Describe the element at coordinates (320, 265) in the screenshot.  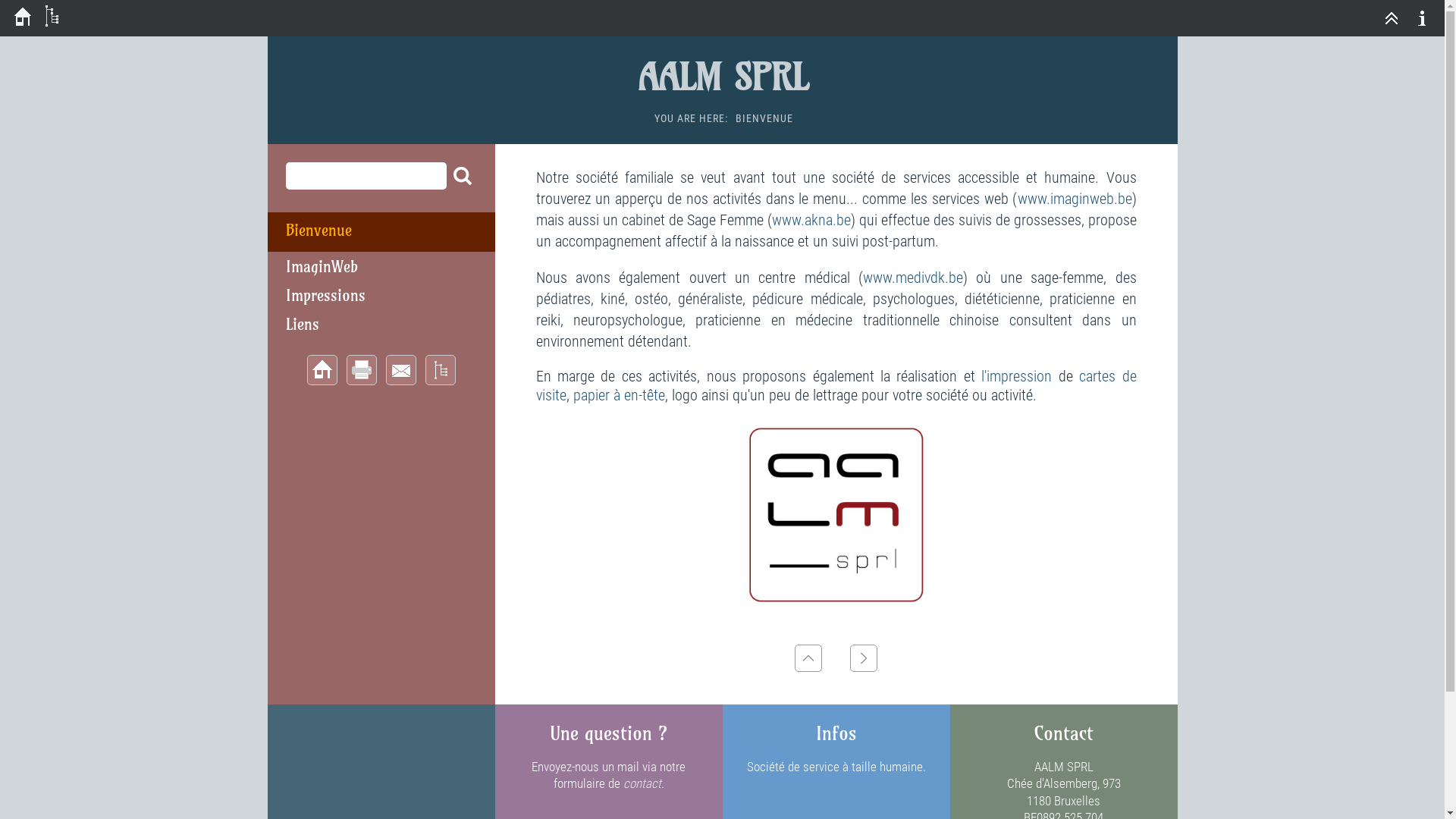
I see `'ImaginWeb'` at that location.